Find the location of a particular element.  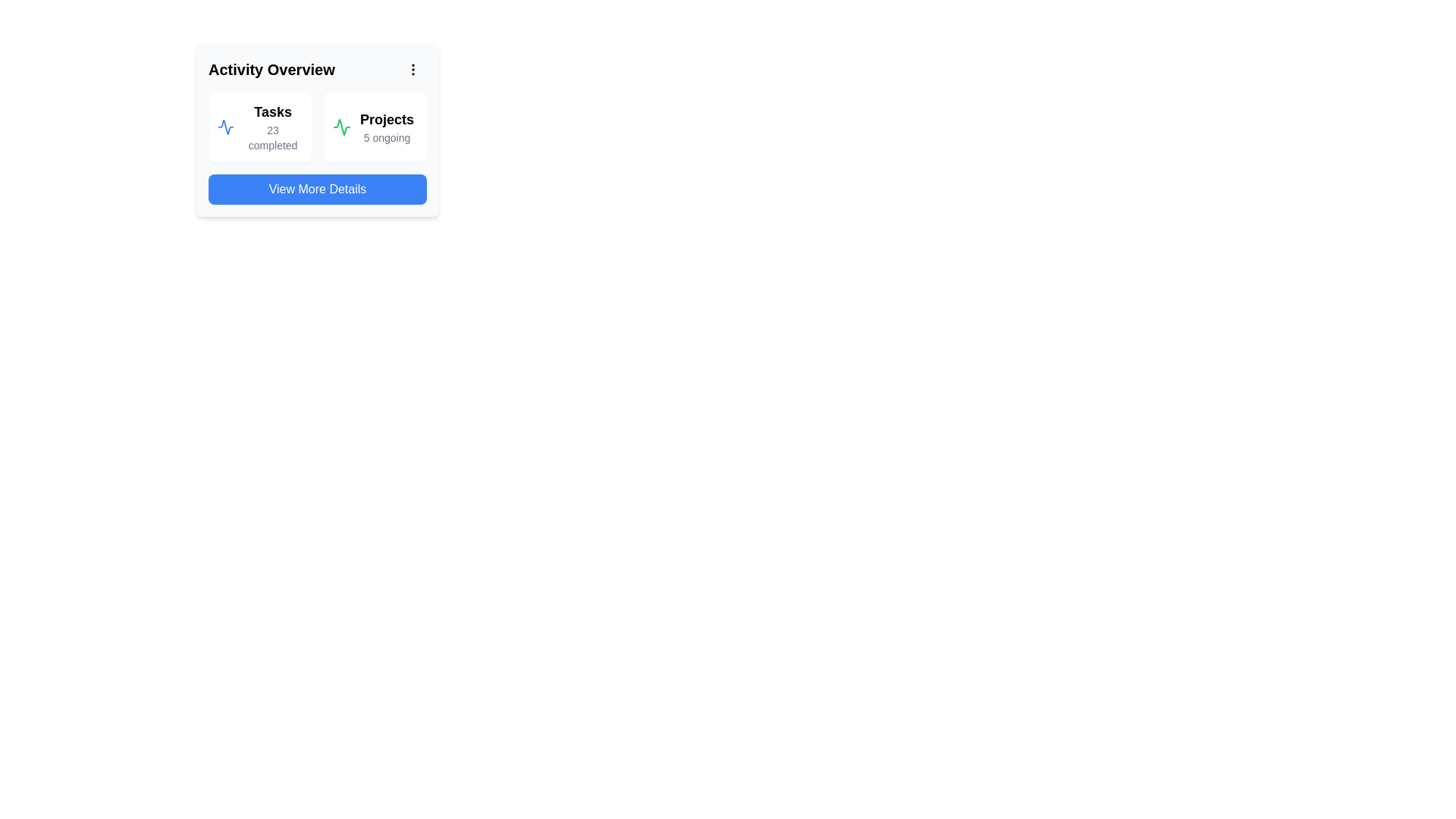

the blue waveform icon located to the left of the text 'Tasks' in the card-style layout to conceptually associate it with tasks is located at coordinates (225, 127).